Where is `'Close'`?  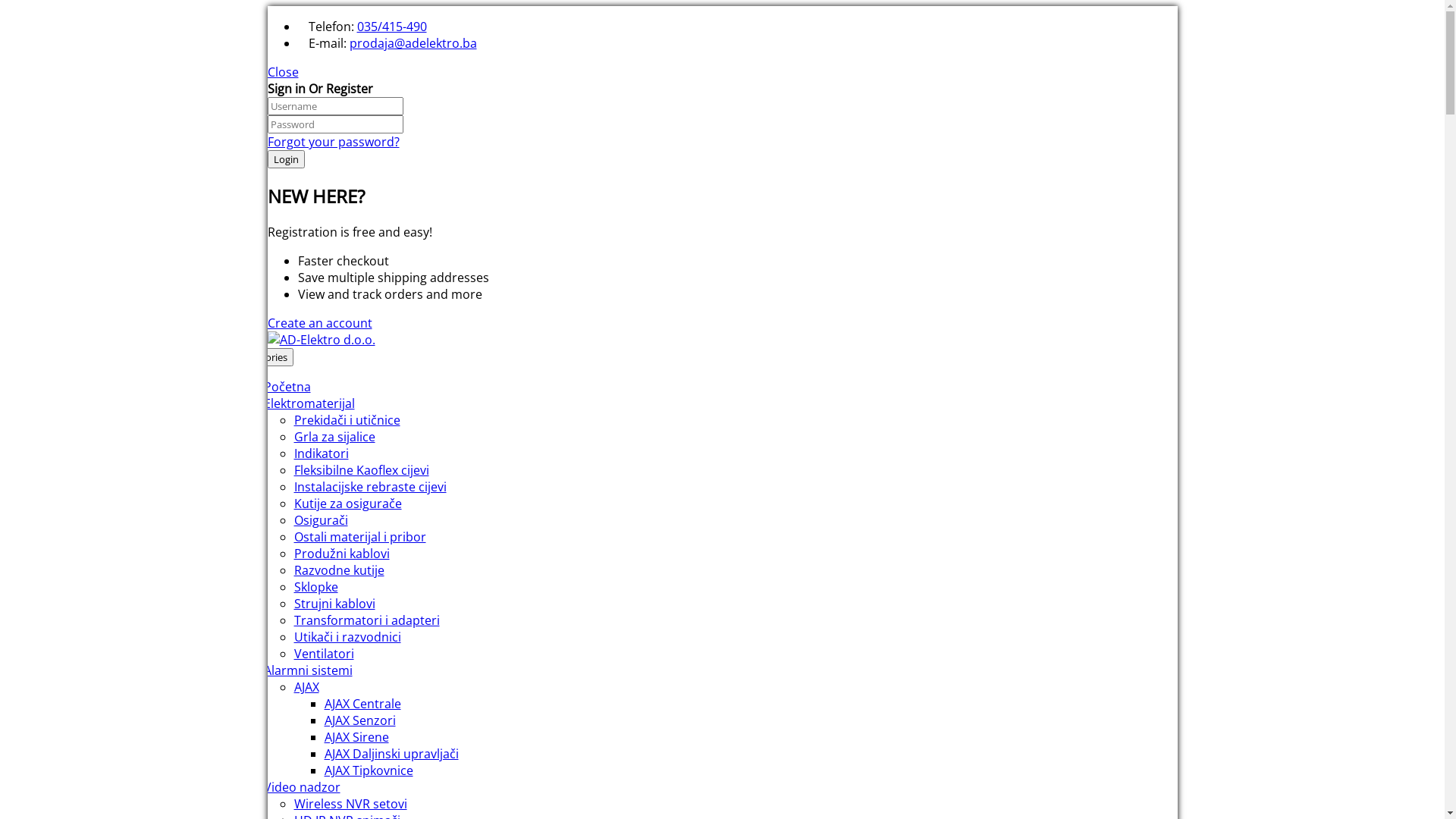
'Close' is located at coordinates (282, 72).